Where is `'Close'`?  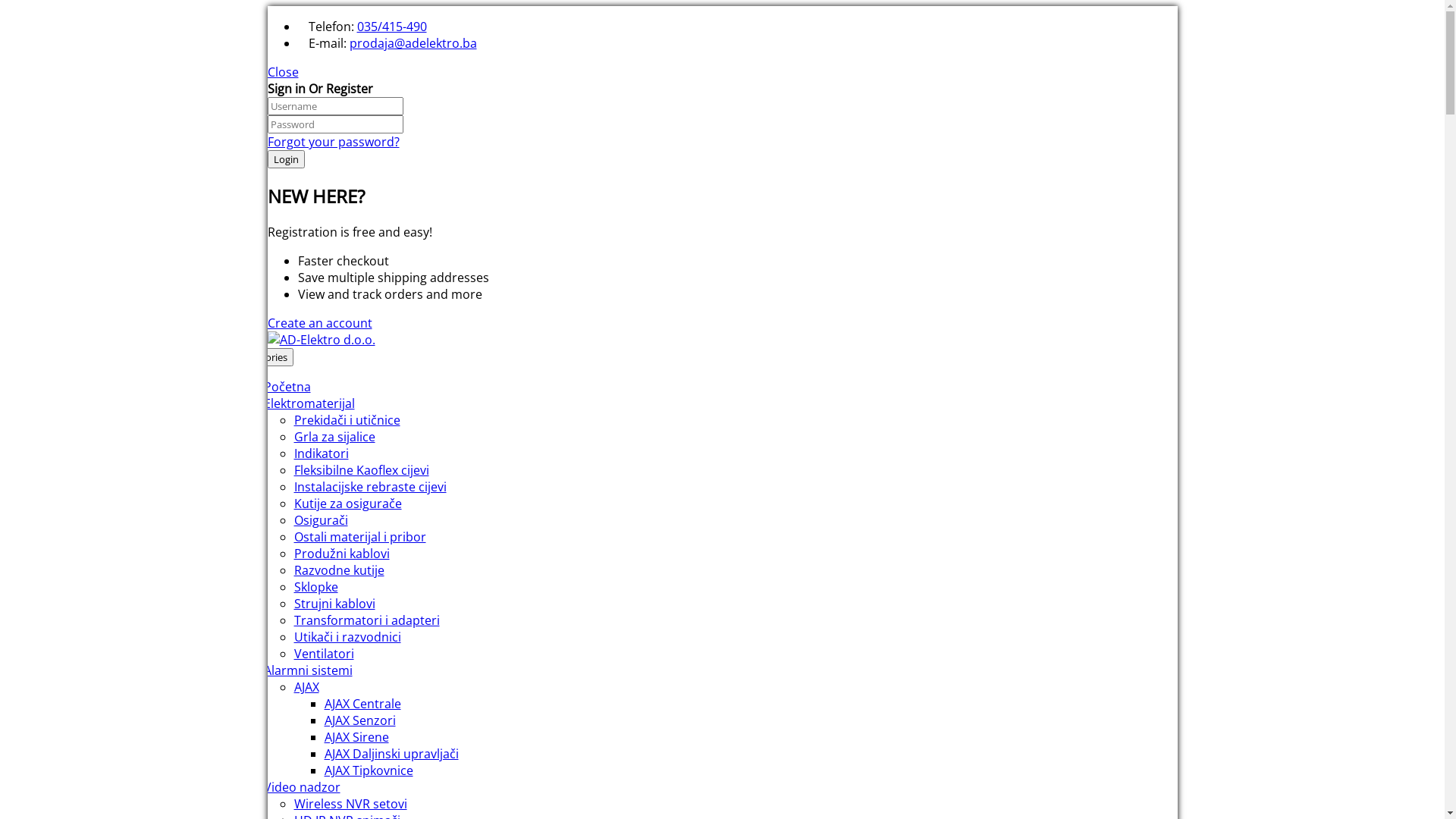
'Close' is located at coordinates (282, 72).